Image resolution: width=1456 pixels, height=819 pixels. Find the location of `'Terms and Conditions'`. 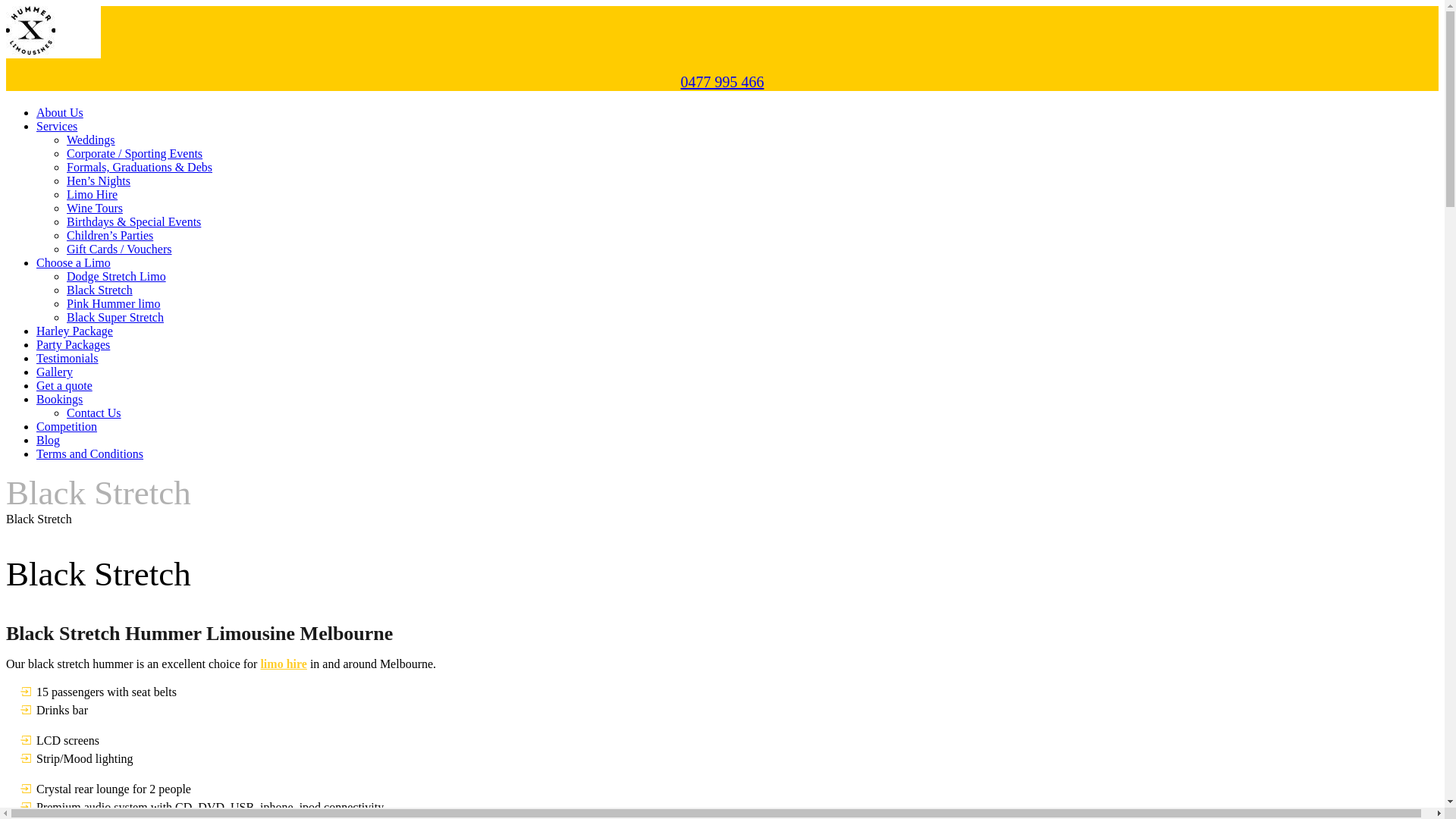

'Terms and Conditions' is located at coordinates (36, 453).